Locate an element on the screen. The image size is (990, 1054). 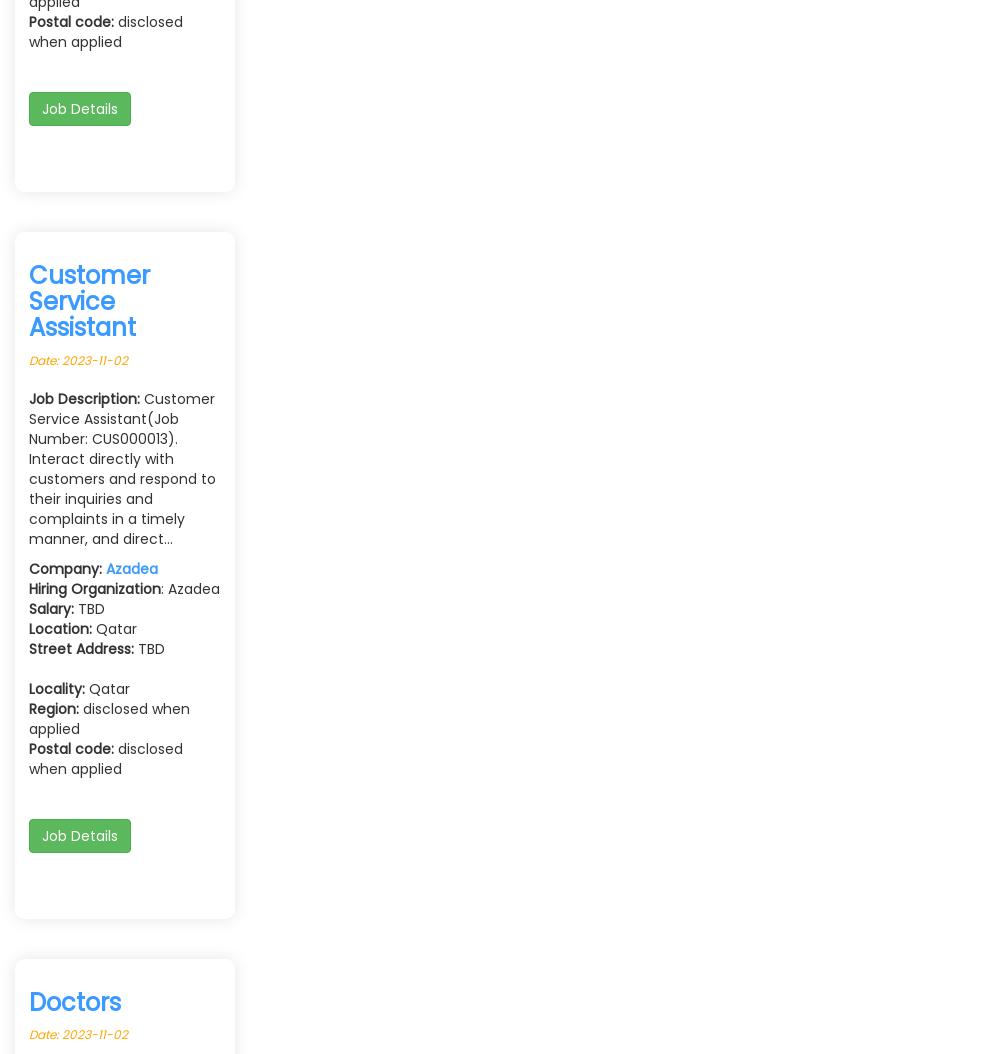
'Region:' is located at coordinates (53, 706).